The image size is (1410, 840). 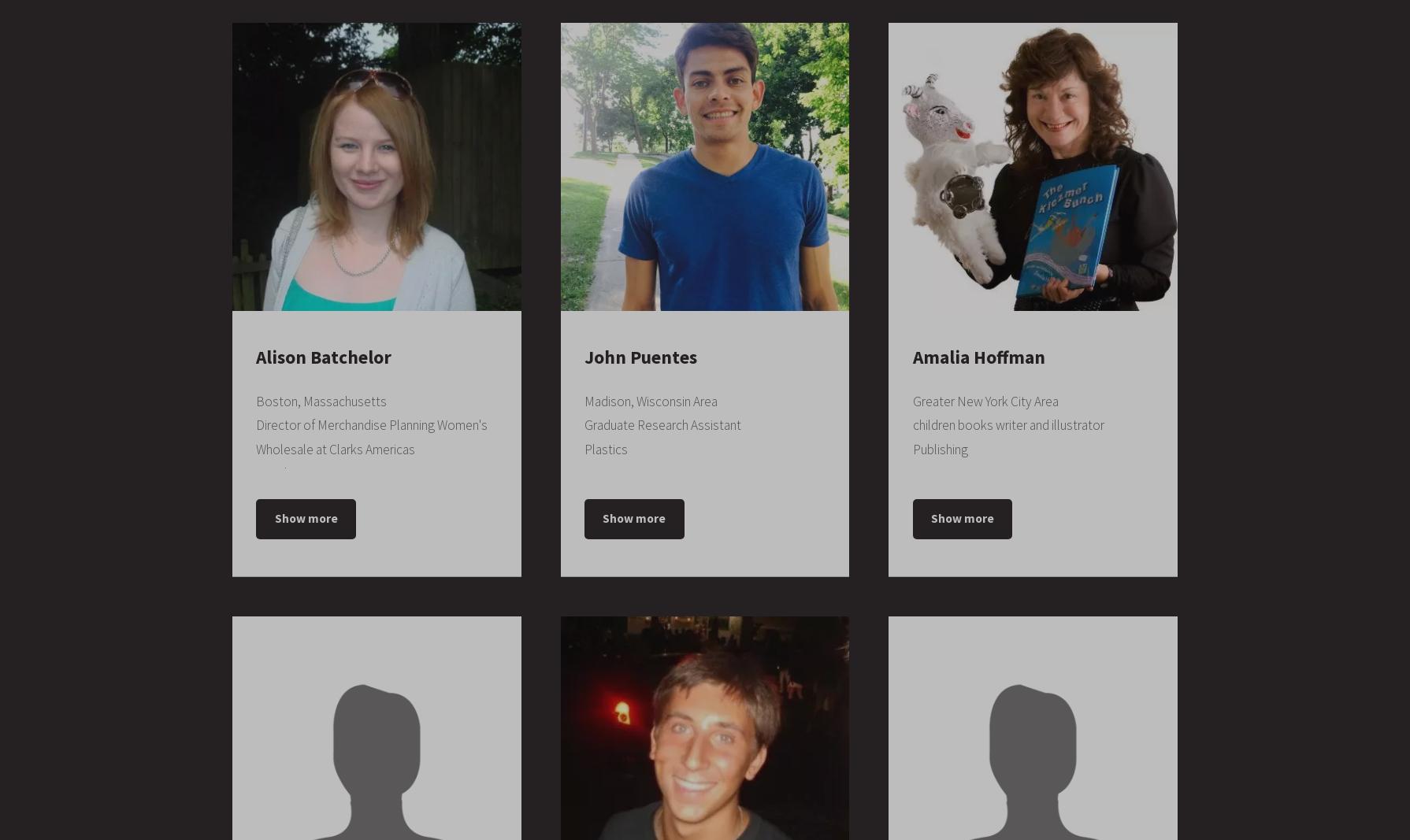 What do you see at coordinates (332, 358) in the screenshot?
I see `'May 1994 – June 2000'` at bounding box center [332, 358].